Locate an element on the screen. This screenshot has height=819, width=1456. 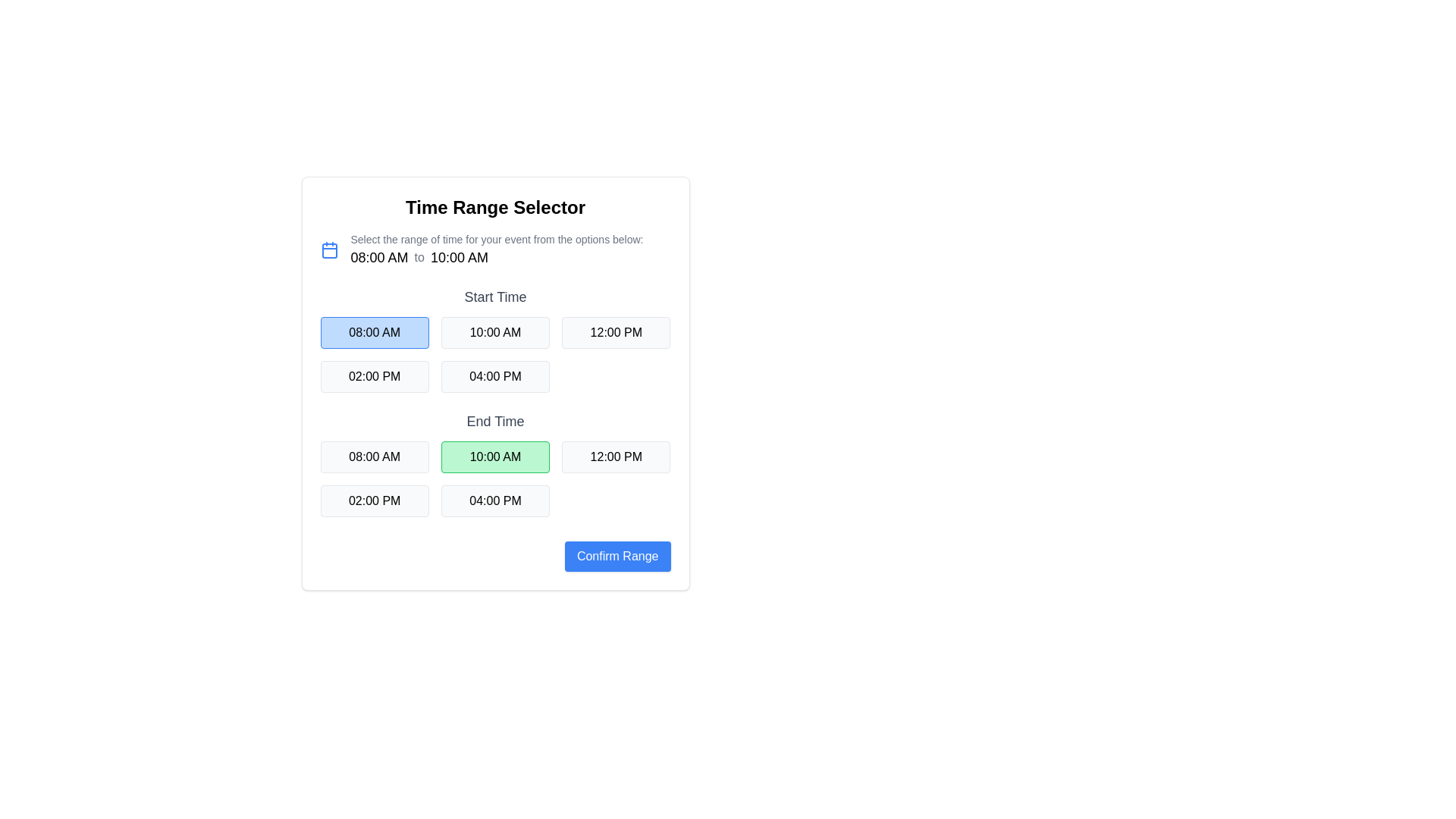
the rectangular 'Confirm Range' button with a blue background located at the bottom-right corner under the 'End Time' section is located at coordinates (617, 556).